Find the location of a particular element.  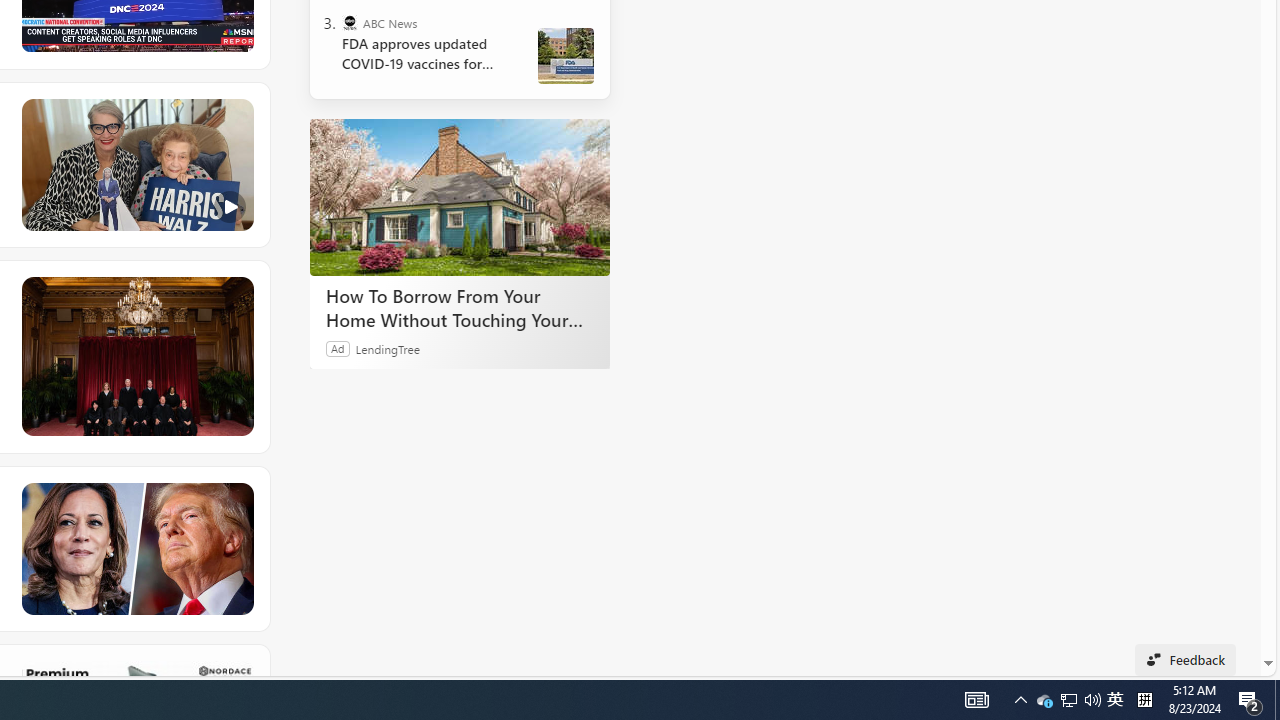

'LendingTree' is located at coordinates (387, 347).